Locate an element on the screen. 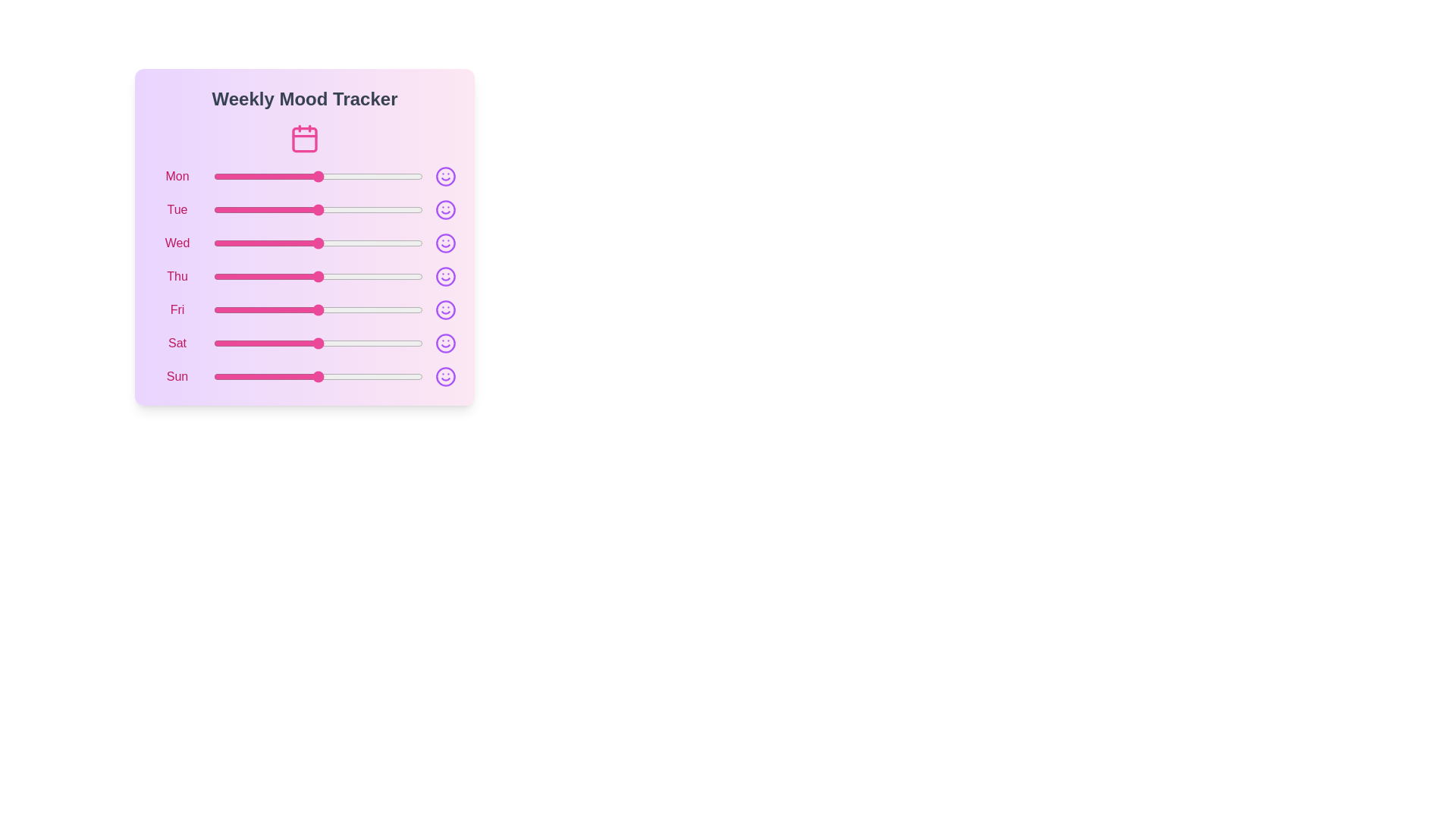 This screenshot has height=819, width=1456. the smiley icon corresponding to the day Mon is located at coordinates (445, 175).